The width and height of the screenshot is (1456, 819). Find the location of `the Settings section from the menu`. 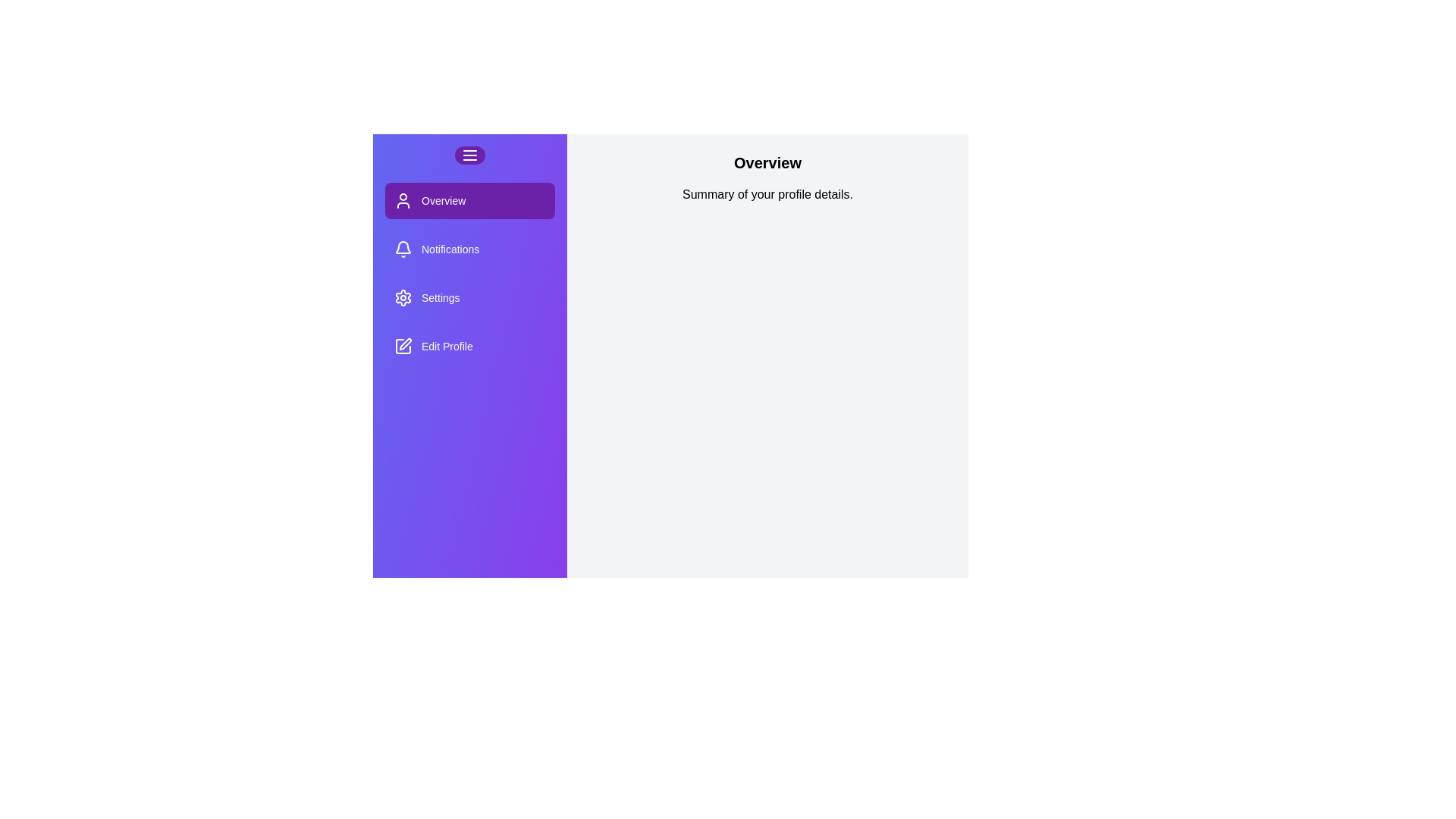

the Settings section from the menu is located at coordinates (469, 298).